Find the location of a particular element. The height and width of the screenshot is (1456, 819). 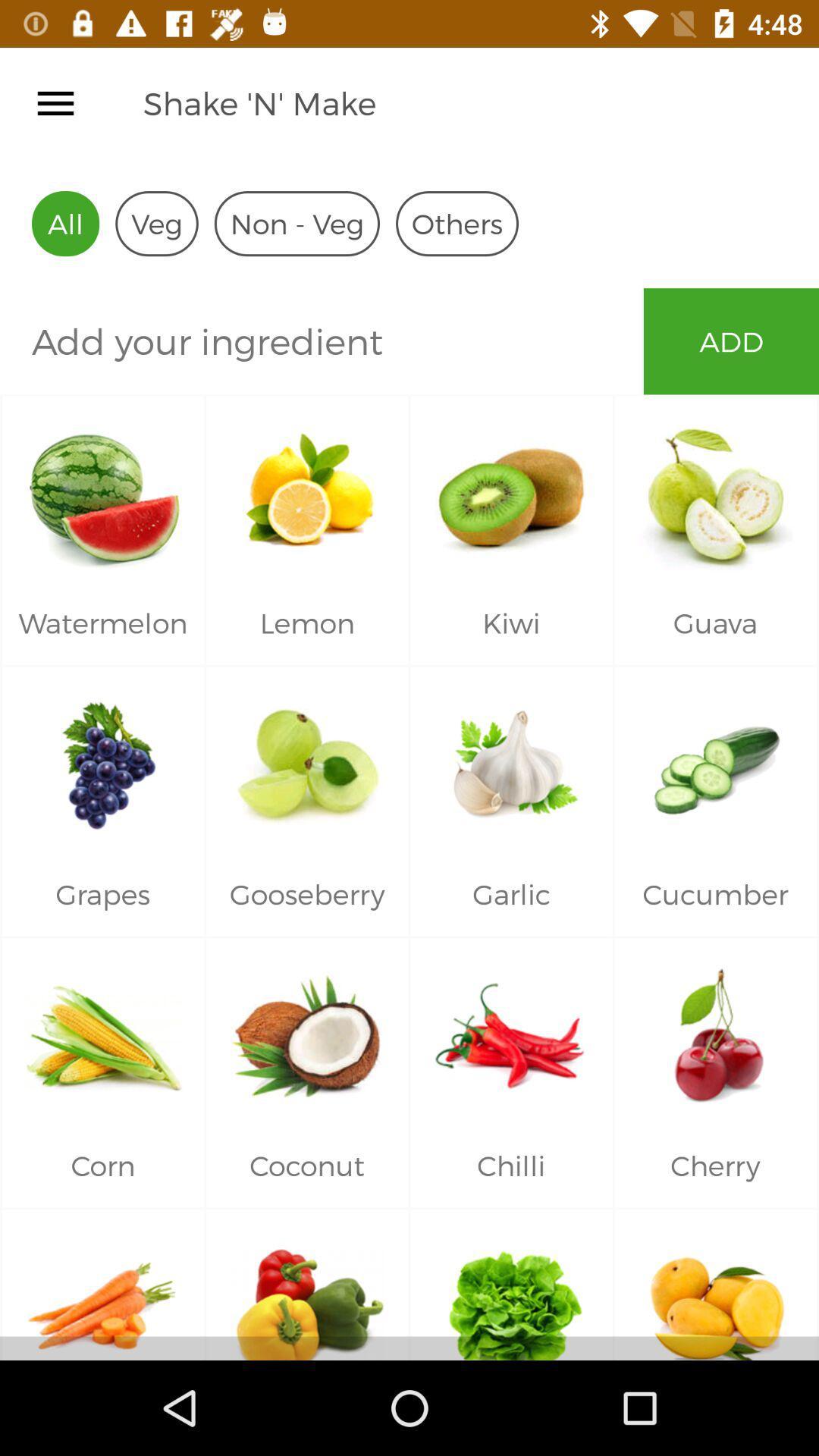

item to the left of the add icon is located at coordinates (321, 340).